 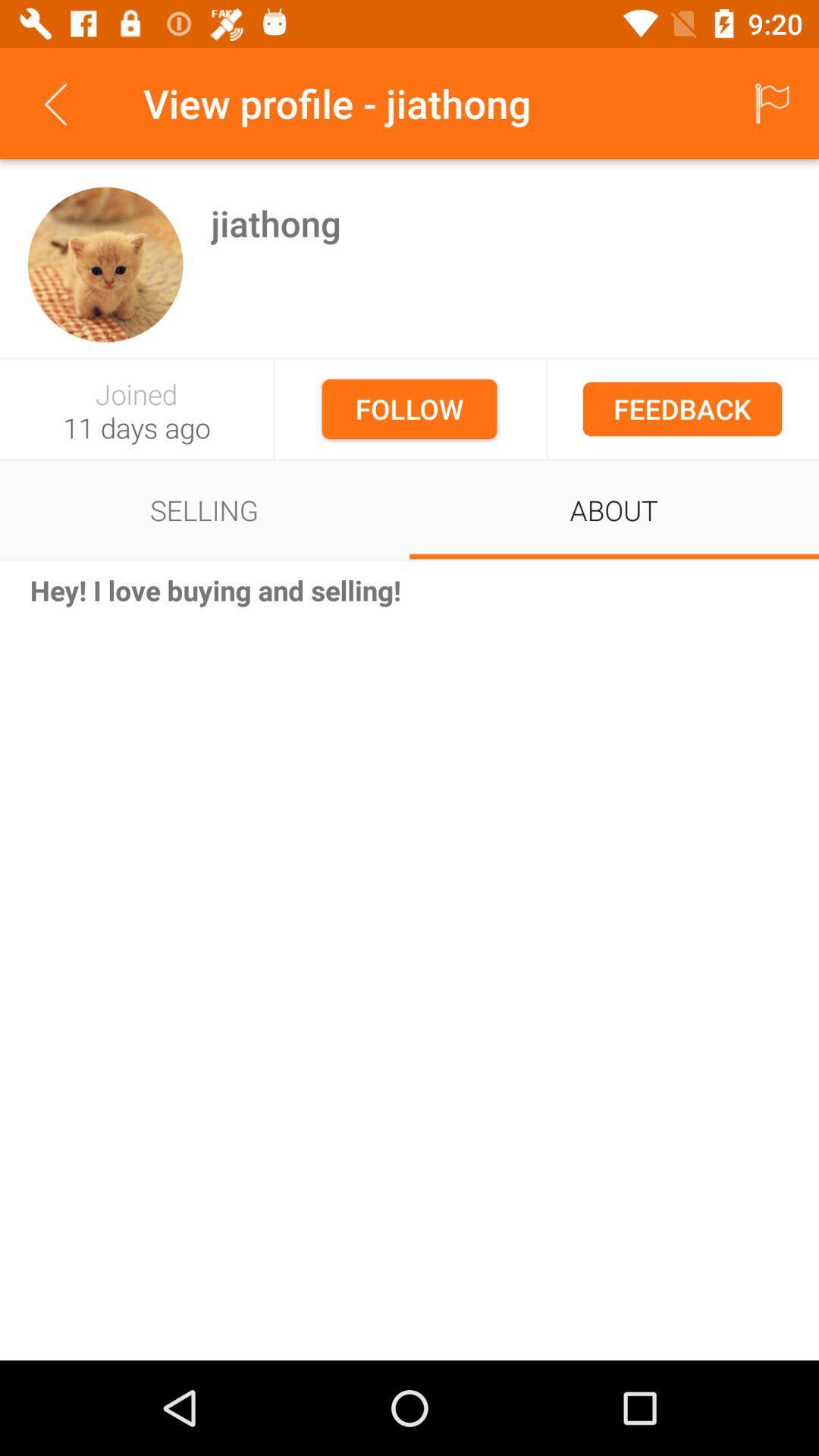 What do you see at coordinates (771, 102) in the screenshot?
I see `the icon to the right of the view profile - jiathong icon` at bounding box center [771, 102].